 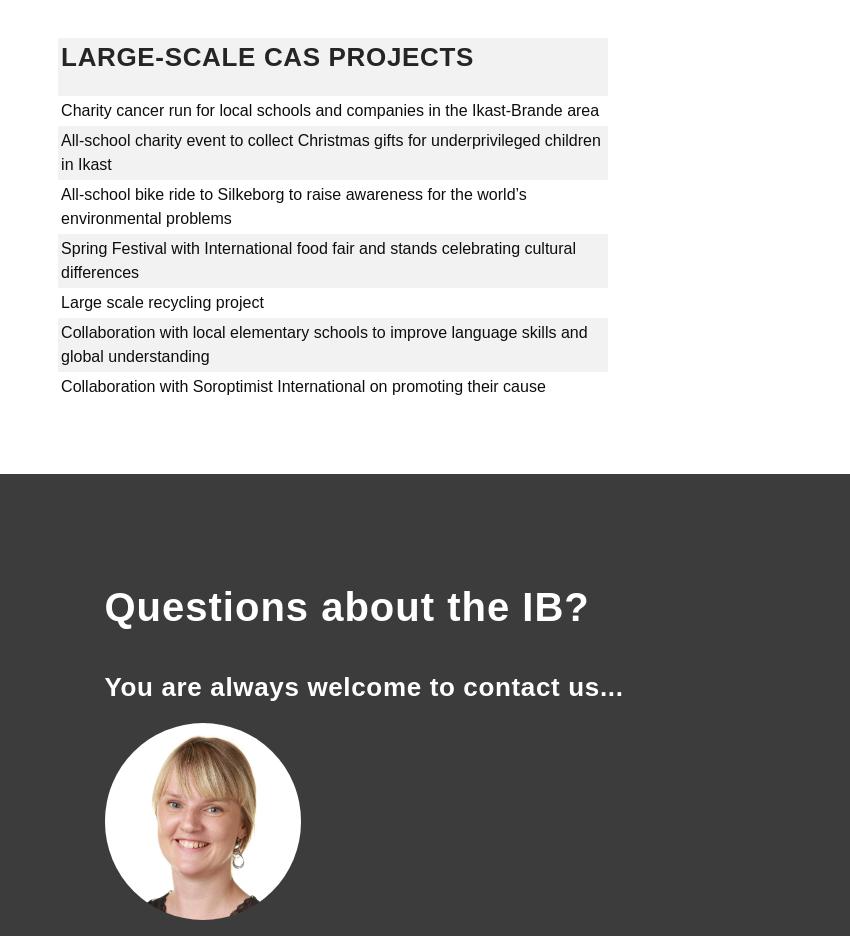 What do you see at coordinates (318, 259) in the screenshot?
I see `'Spring Festival with International food fair and stands celebrating cultural differences'` at bounding box center [318, 259].